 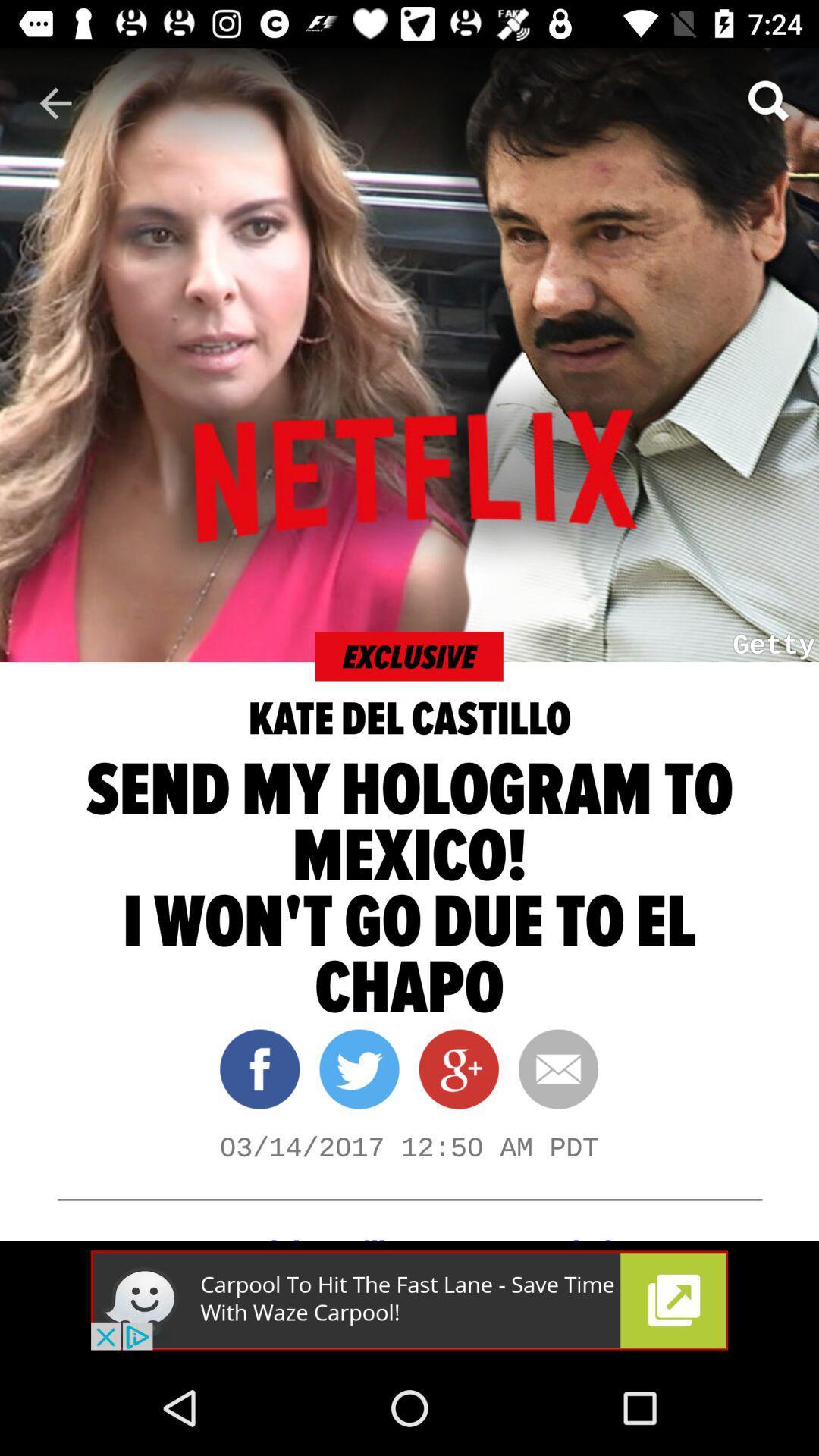 What do you see at coordinates (349, 1068) in the screenshot?
I see `the twitter icon` at bounding box center [349, 1068].